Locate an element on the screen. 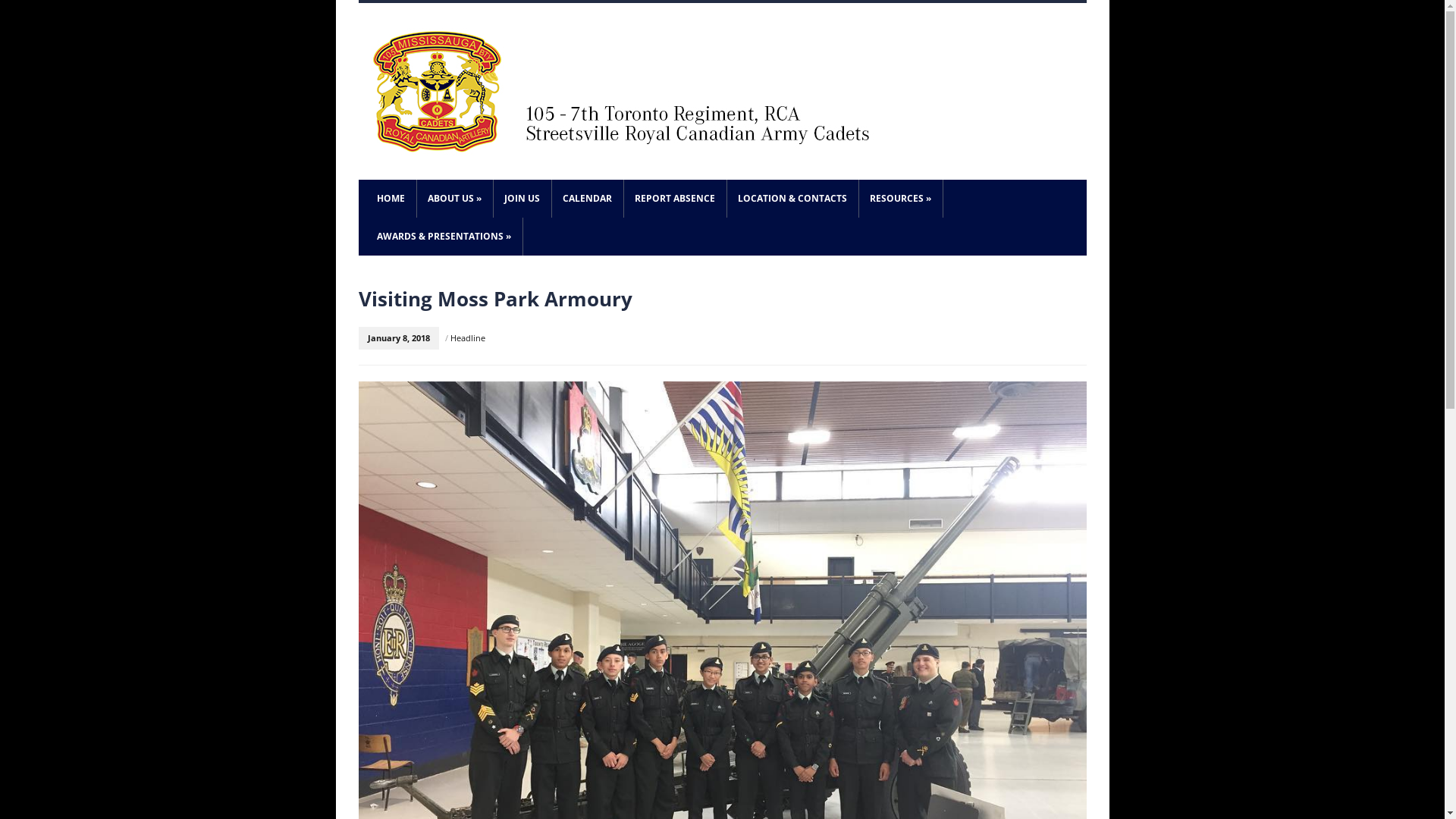 This screenshot has height=819, width=1456. 'REPORT ABSENCE' is located at coordinates (623, 198).